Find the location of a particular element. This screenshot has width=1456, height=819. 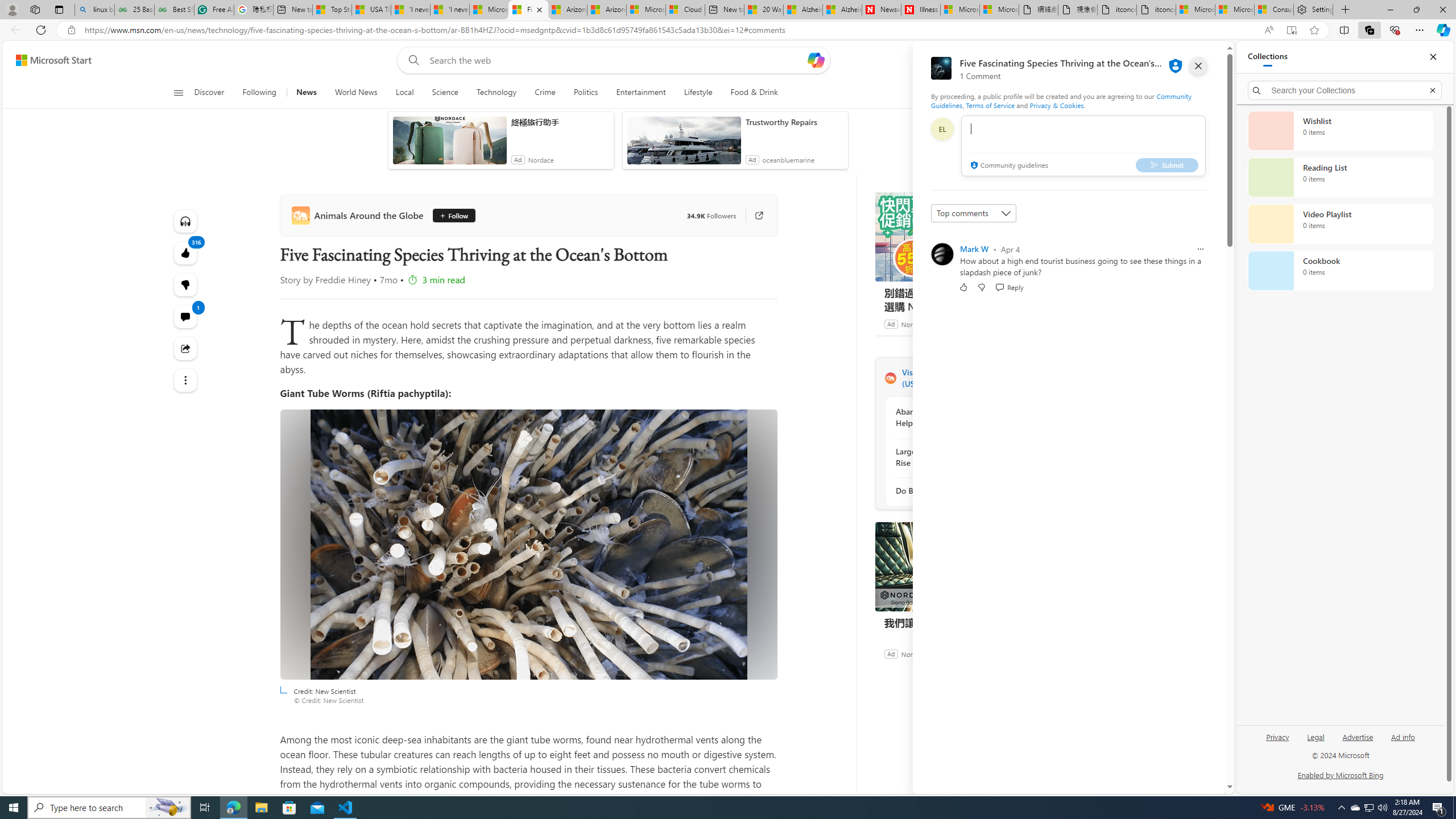

'Video Playlist collection, 0 items' is located at coordinates (1340, 223).